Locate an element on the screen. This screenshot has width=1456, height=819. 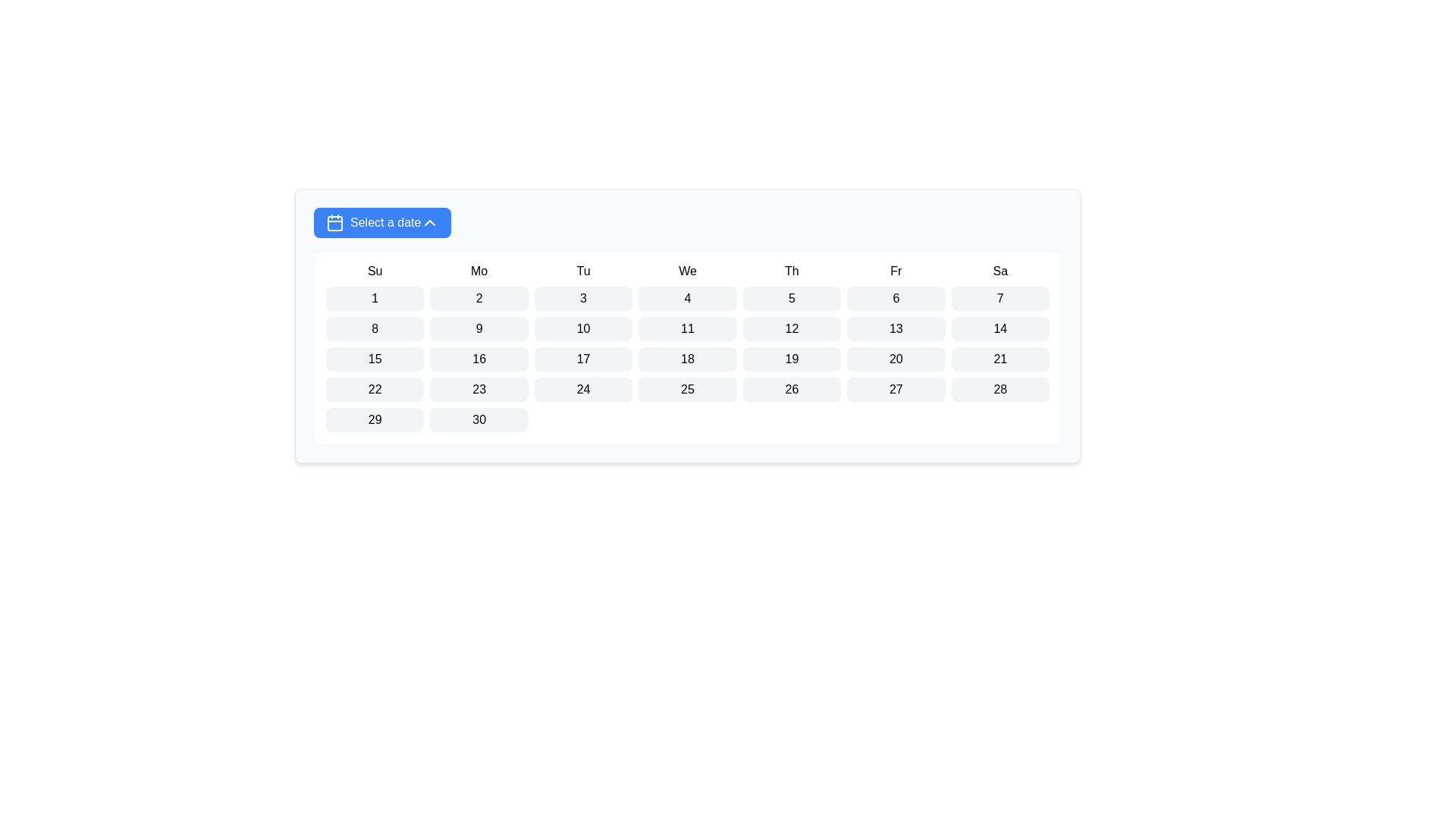
the Chevron-Up icon, which is centrally aligned within the 'Select a date' area and positioned on the far right of the button is located at coordinates (429, 222).